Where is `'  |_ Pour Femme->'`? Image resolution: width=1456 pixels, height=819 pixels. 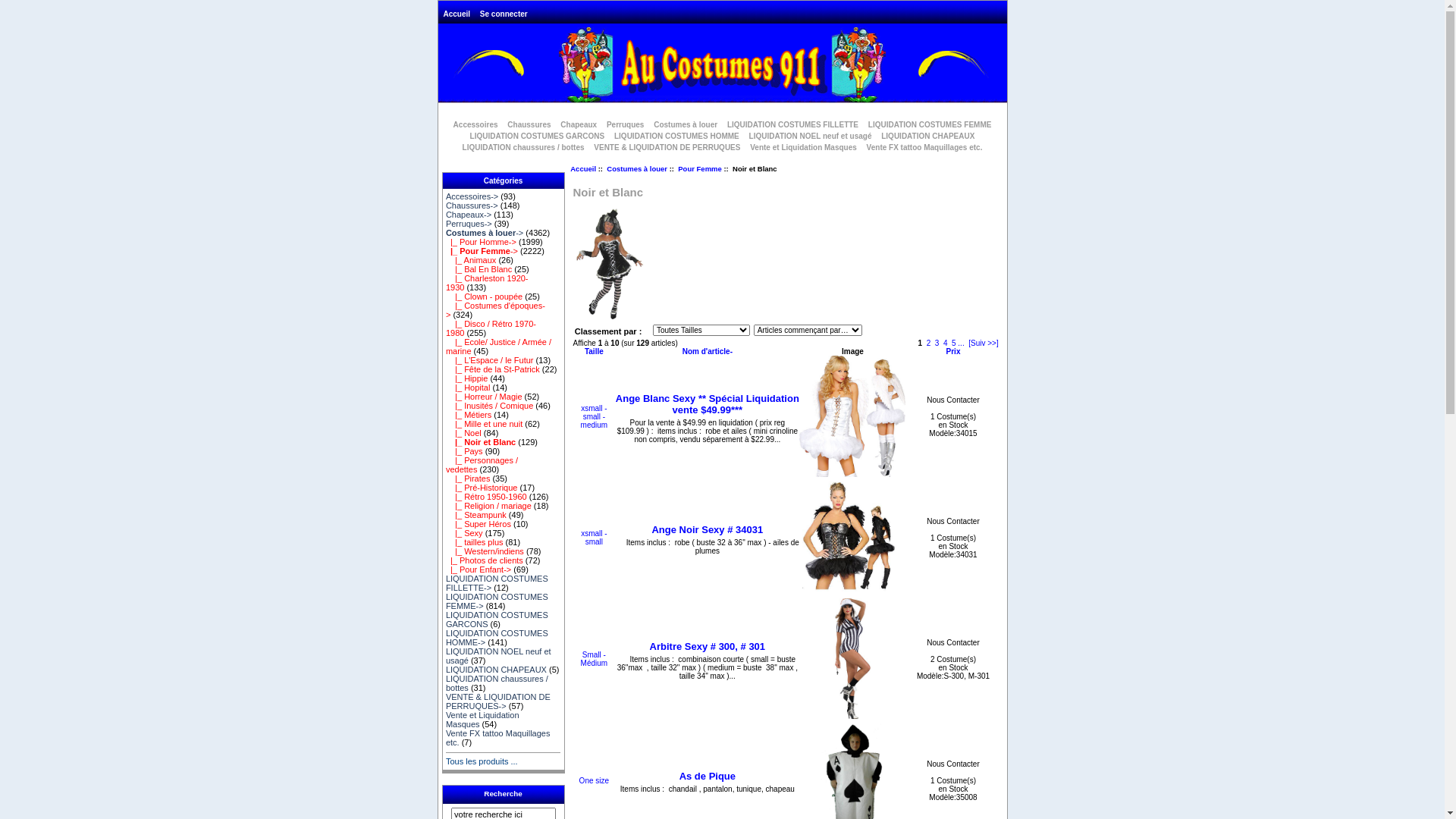
'  |_ Pour Femme->' is located at coordinates (481, 250).